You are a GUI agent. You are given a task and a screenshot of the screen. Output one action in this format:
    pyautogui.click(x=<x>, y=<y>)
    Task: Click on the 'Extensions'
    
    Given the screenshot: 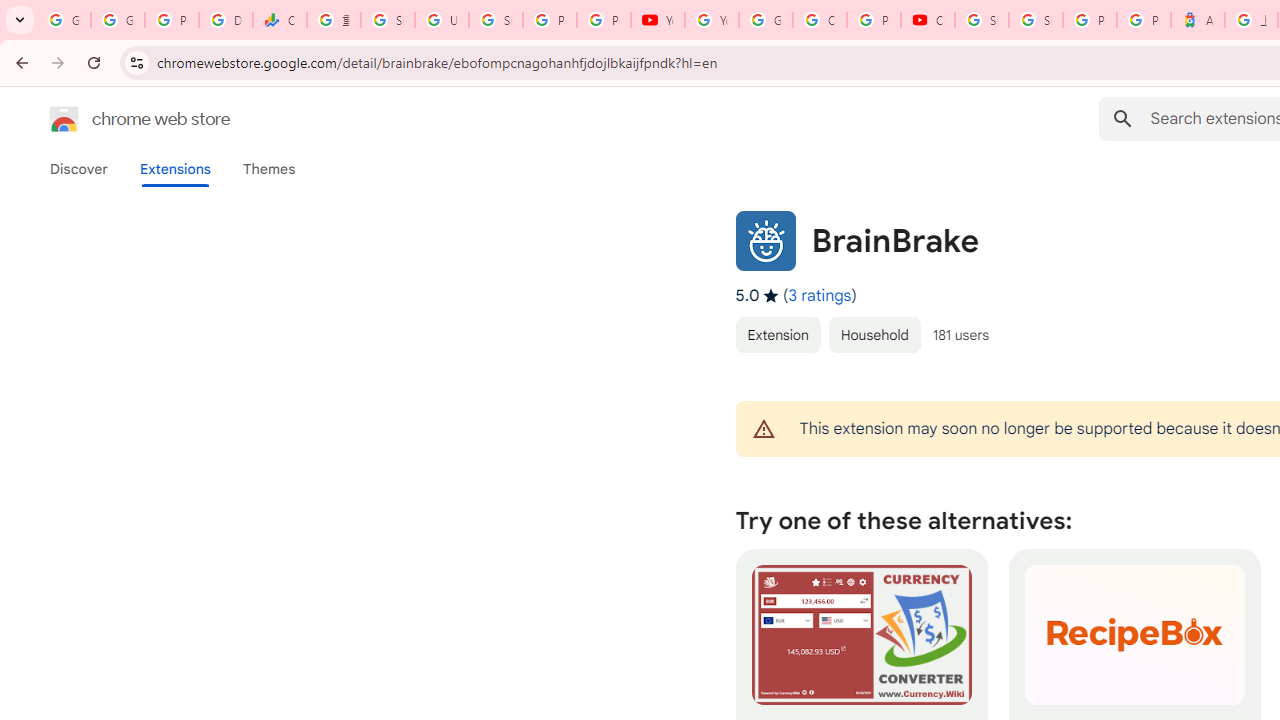 What is the action you would take?
    pyautogui.click(x=174, y=168)
    